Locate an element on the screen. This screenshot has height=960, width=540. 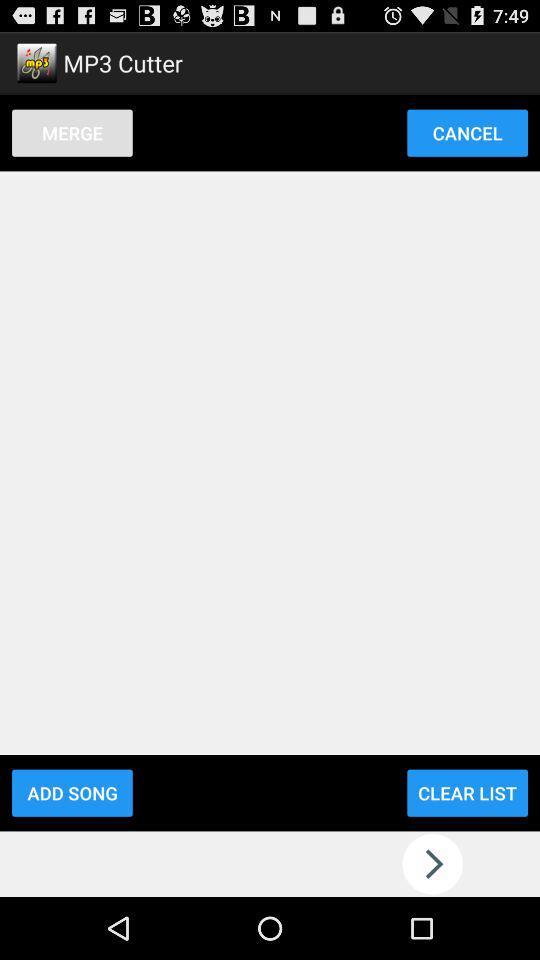
item to the left of clear list button is located at coordinates (71, 793).